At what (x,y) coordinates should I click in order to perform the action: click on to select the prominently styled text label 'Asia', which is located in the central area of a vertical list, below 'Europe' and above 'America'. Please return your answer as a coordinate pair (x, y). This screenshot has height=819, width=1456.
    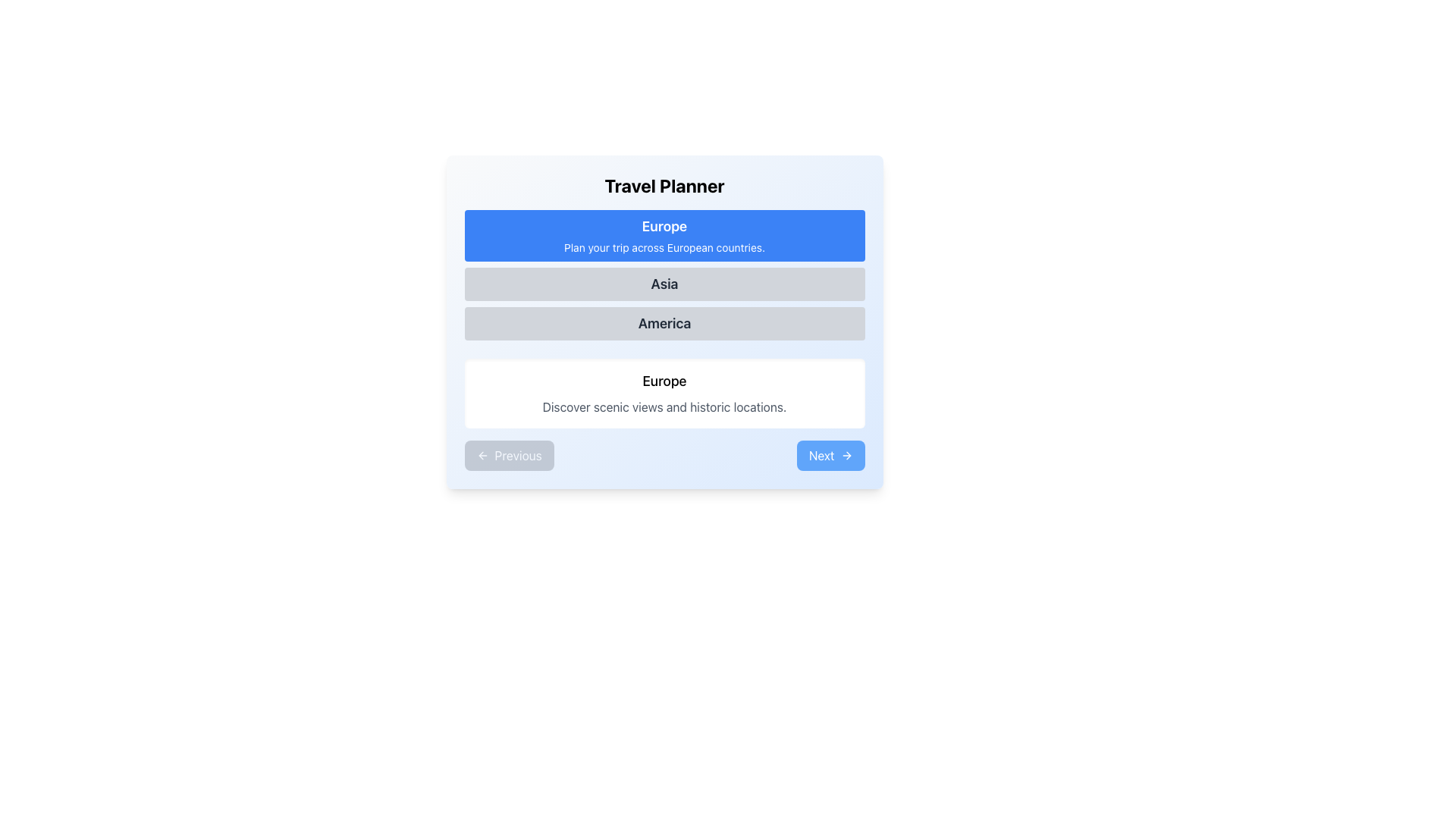
    Looking at the image, I should click on (664, 284).